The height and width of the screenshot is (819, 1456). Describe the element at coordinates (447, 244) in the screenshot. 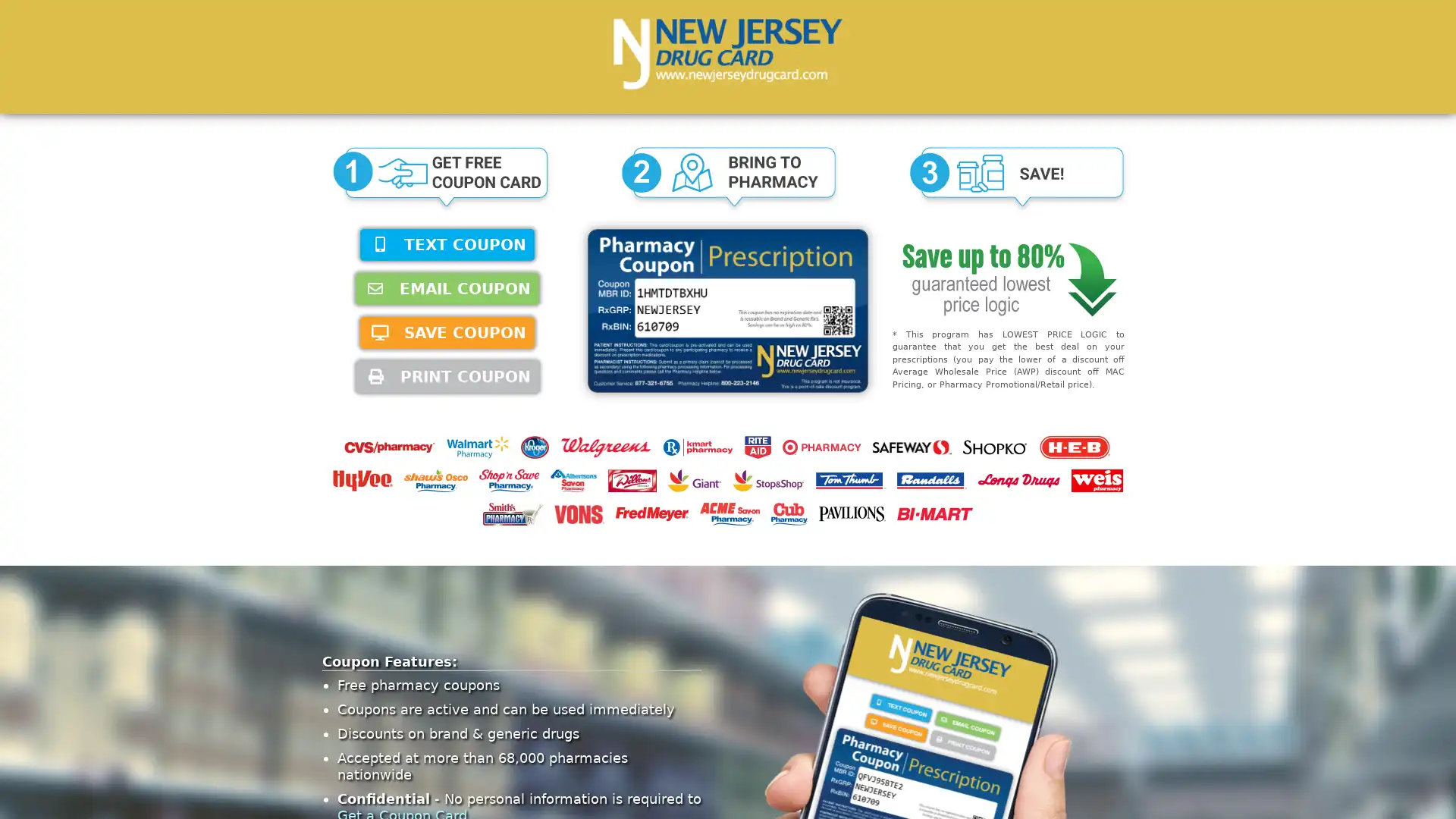

I see `TEXT COUPON` at that location.